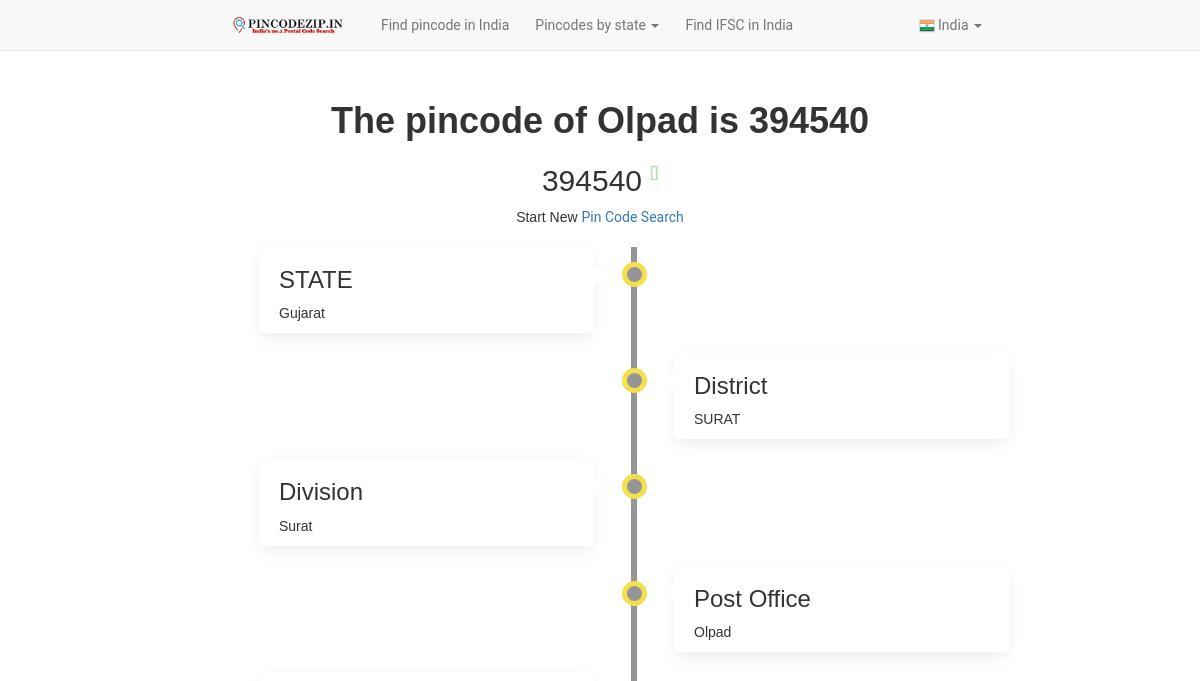 The width and height of the screenshot is (1200, 681). Describe the element at coordinates (547, 216) in the screenshot. I see `'Start New'` at that location.